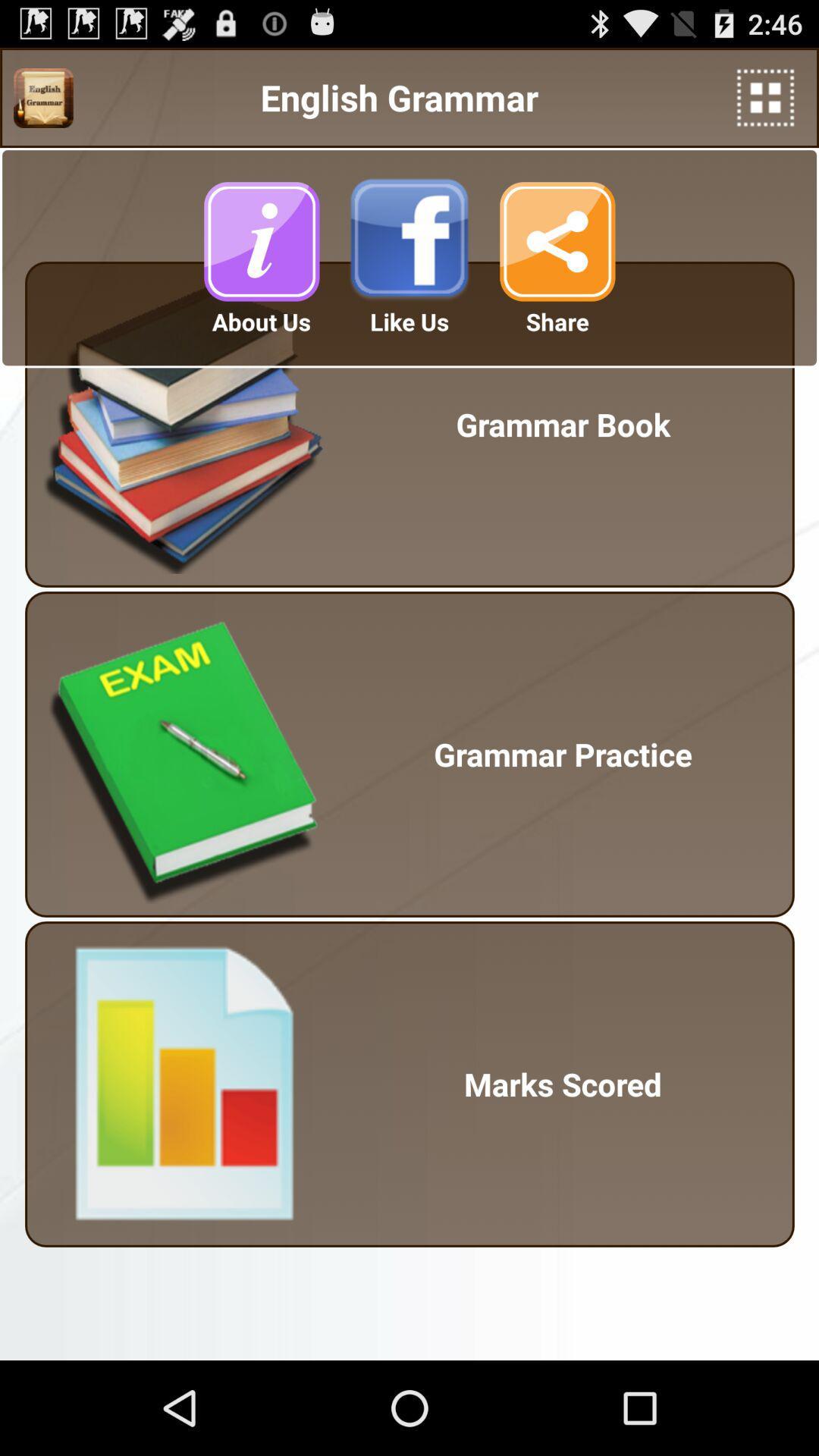 The image size is (819, 1456). What do you see at coordinates (765, 97) in the screenshot?
I see `icon next to english grammar icon` at bounding box center [765, 97].